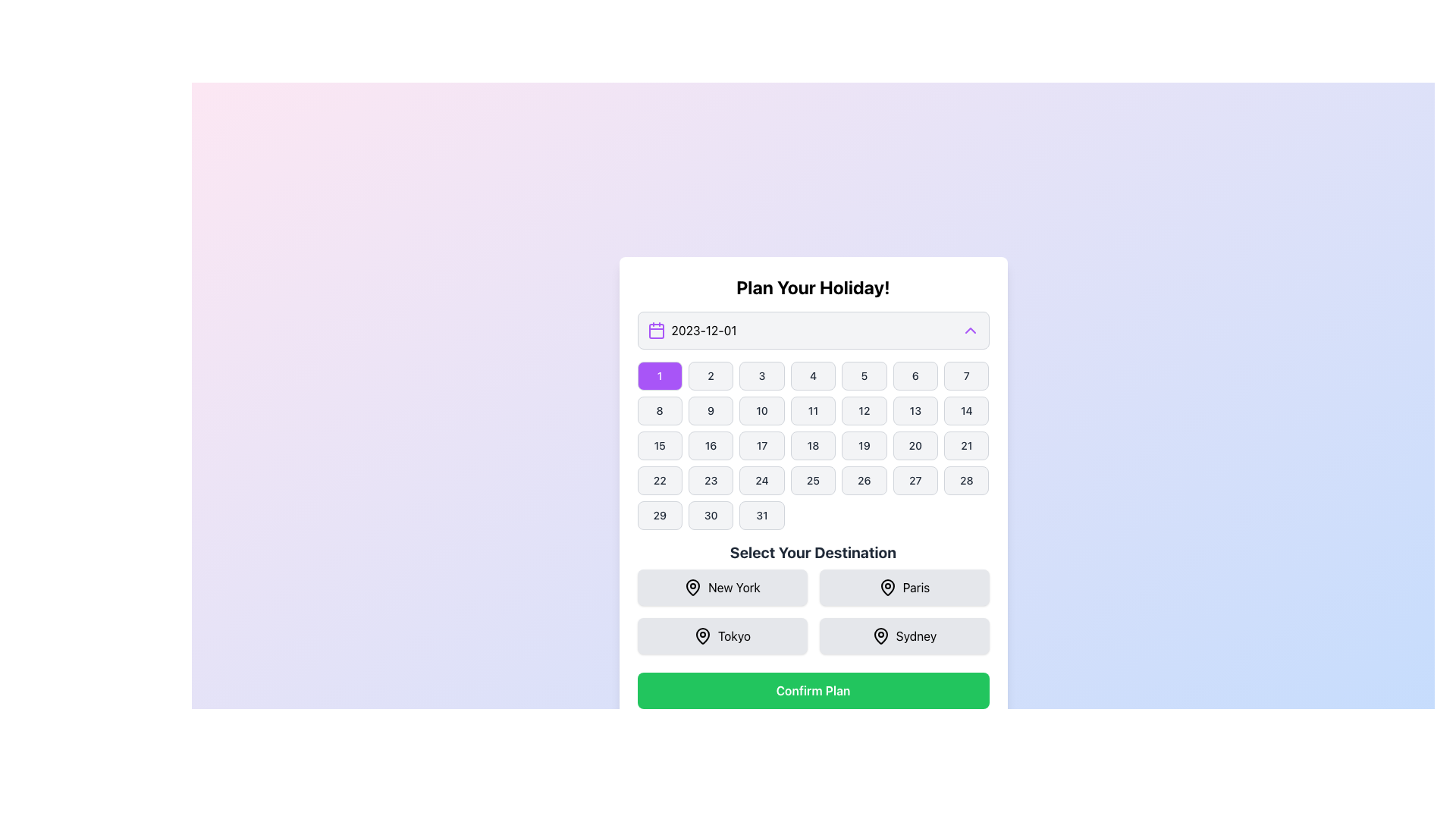 Image resolution: width=1456 pixels, height=819 pixels. What do you see at coordinates (812, 480) in the screenshot?
I see `the selectable day button in the calendar interface located below the 'Plan Your Holiday!' heading` at bounding box center [812, 480].